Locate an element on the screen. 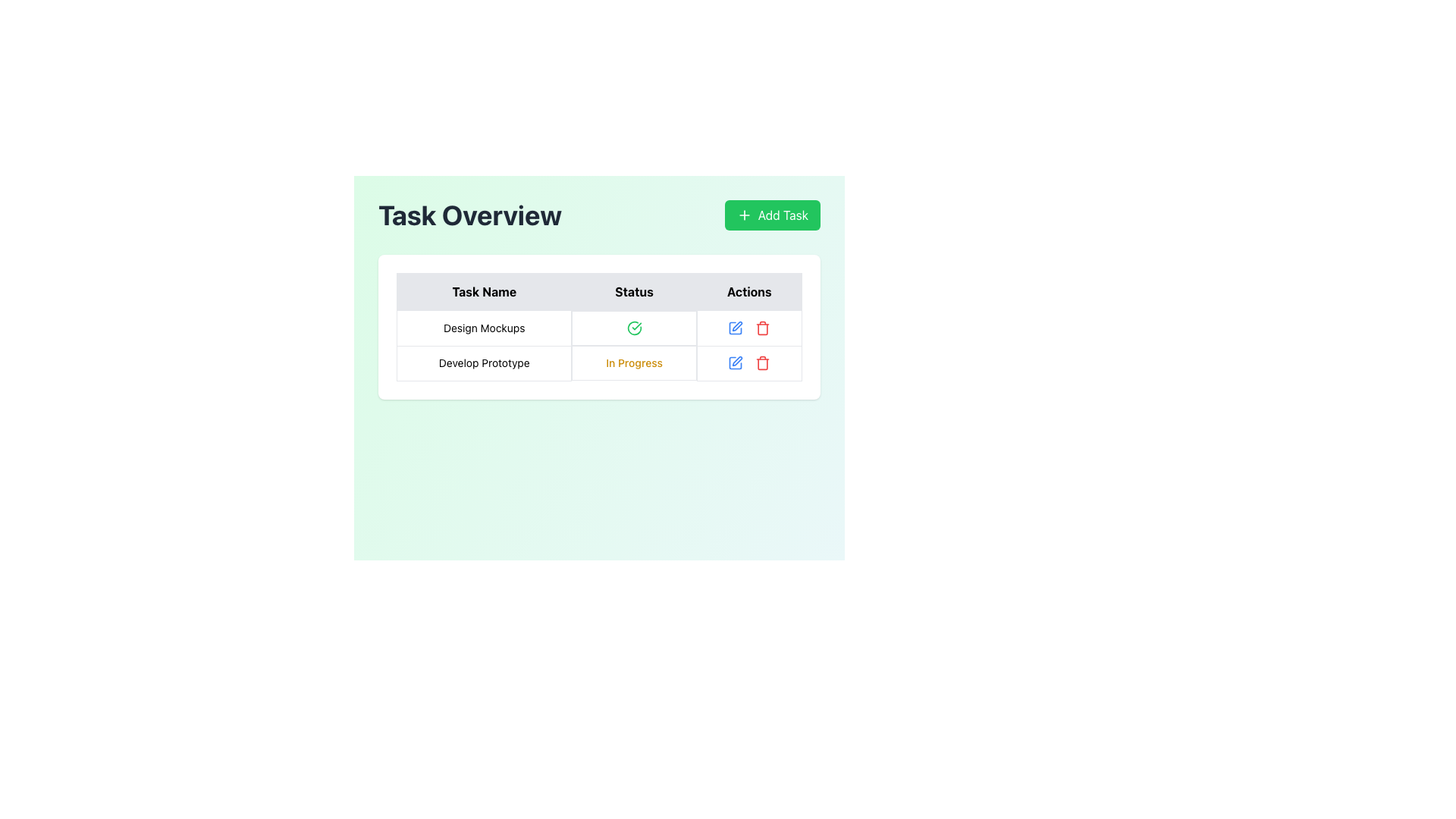 Image resolution: width=1456 pixels, height=819 pixels. the edit icon in the 'Actions' column of the first row in the 'Task Overview' table is located at coordinates (735, 327).